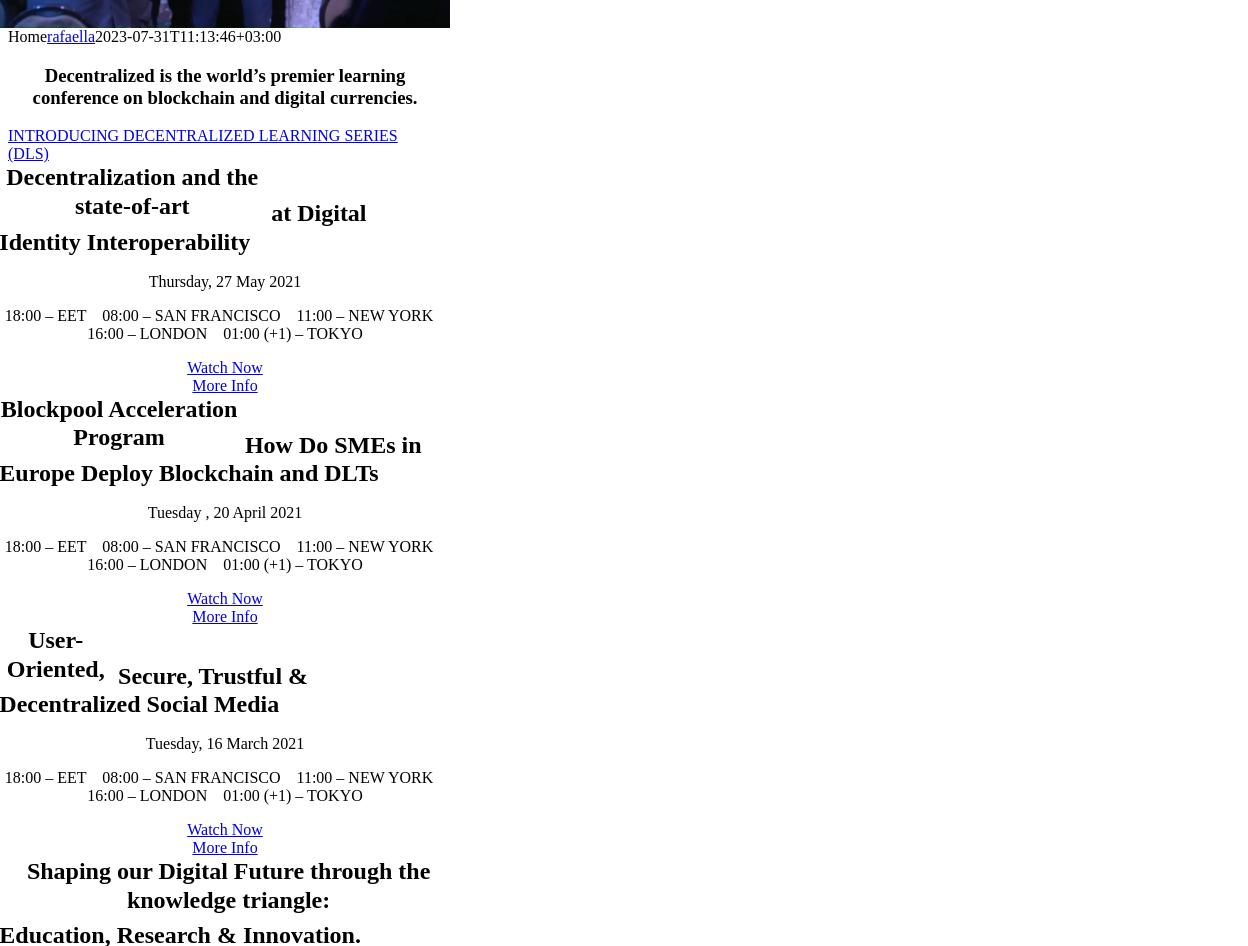 Image resolution: width=1248 pixels, height=946 pixels. What do you see at coordinates (27, 35) in the screenshot?
I see `'Home'` at bounding box center [27, 35].